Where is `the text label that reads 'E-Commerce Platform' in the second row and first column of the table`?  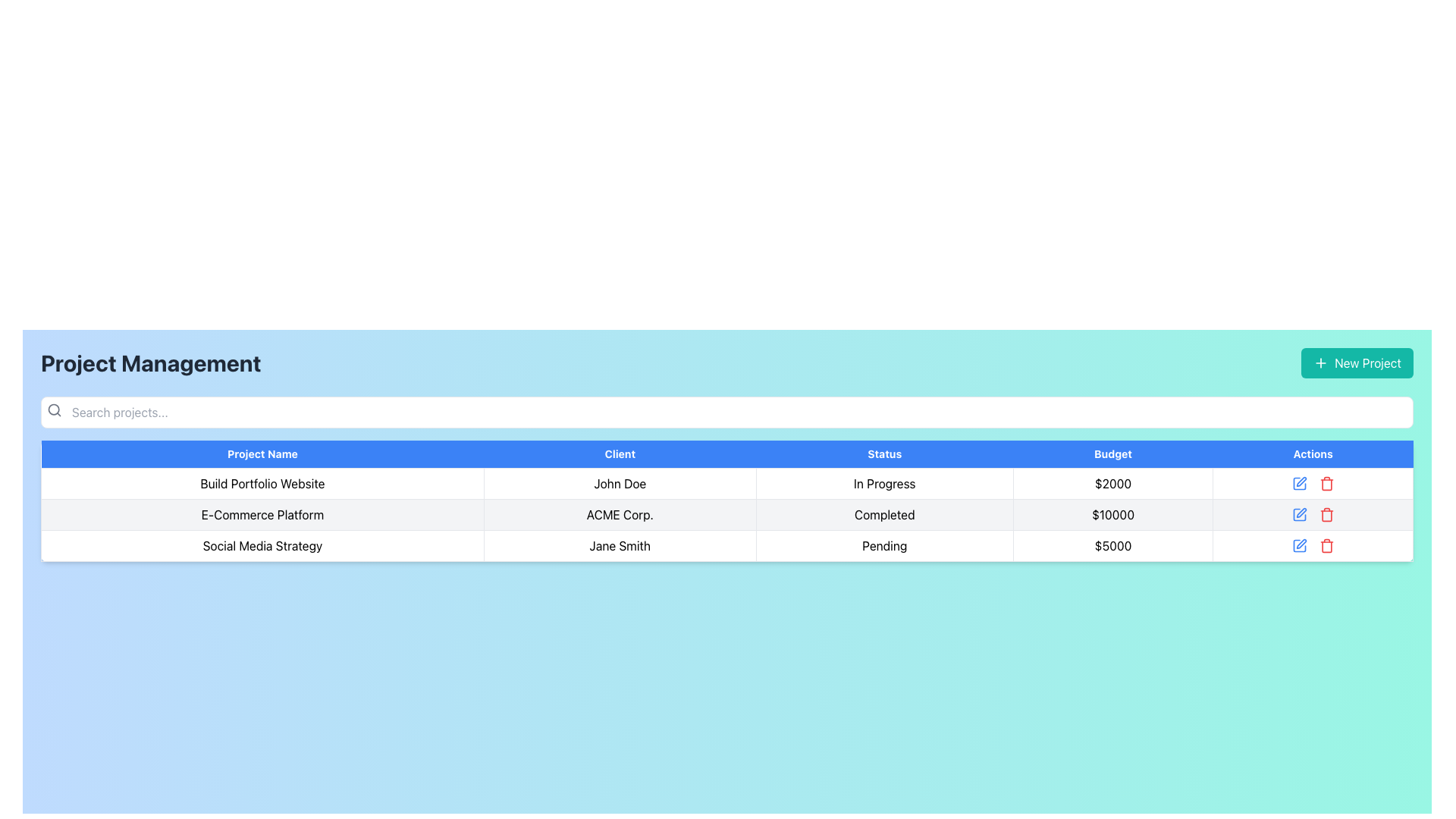
the text label that reads 'E-Commerce Platform' in the second row and first column of the table is located at coordinates (262, 513).